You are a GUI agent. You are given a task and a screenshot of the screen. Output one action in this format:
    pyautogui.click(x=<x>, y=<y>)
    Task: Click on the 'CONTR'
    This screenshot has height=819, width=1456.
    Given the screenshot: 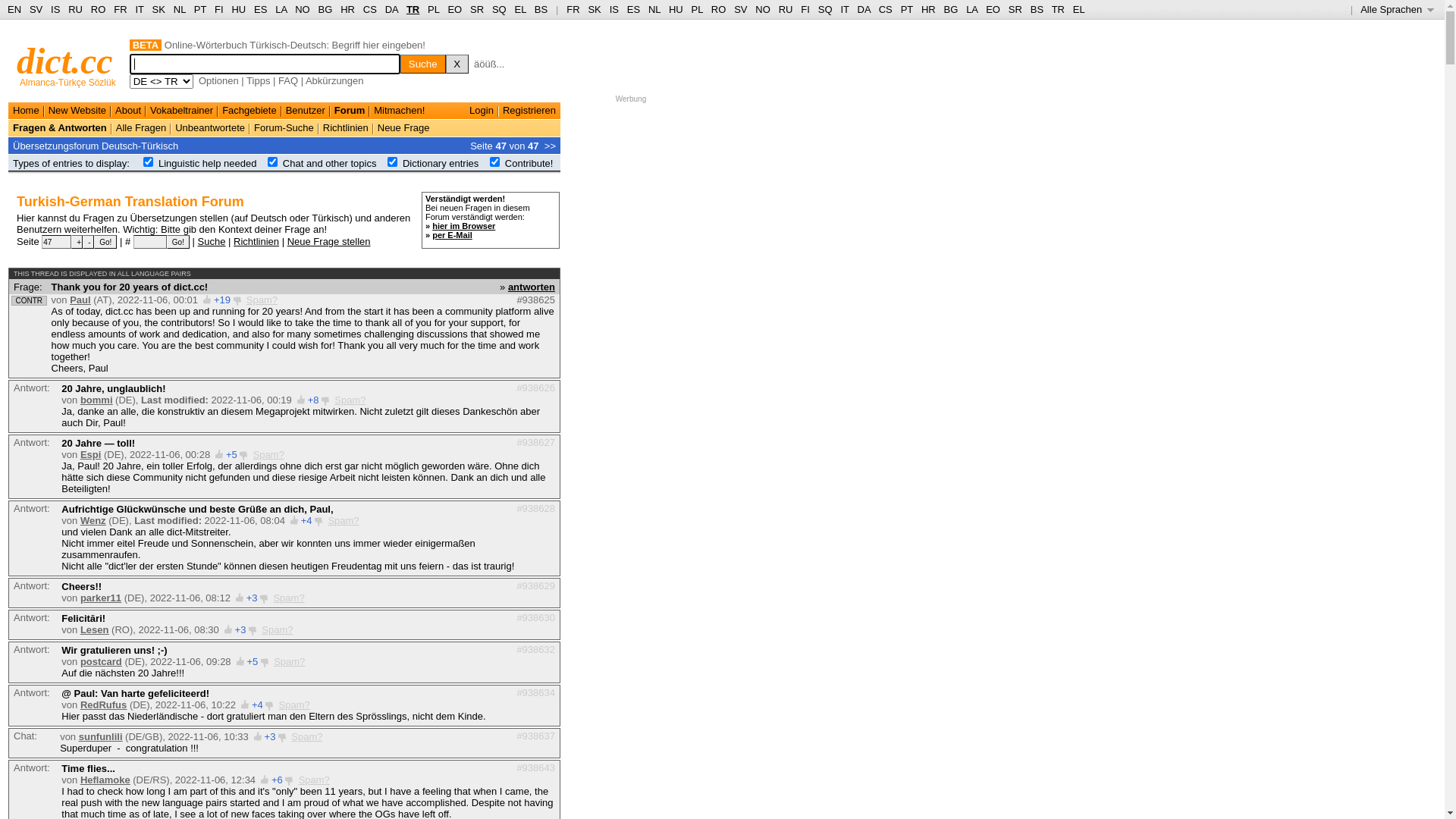 What is the action you would take?
    pyautogui.click(x=29, y=300)
    